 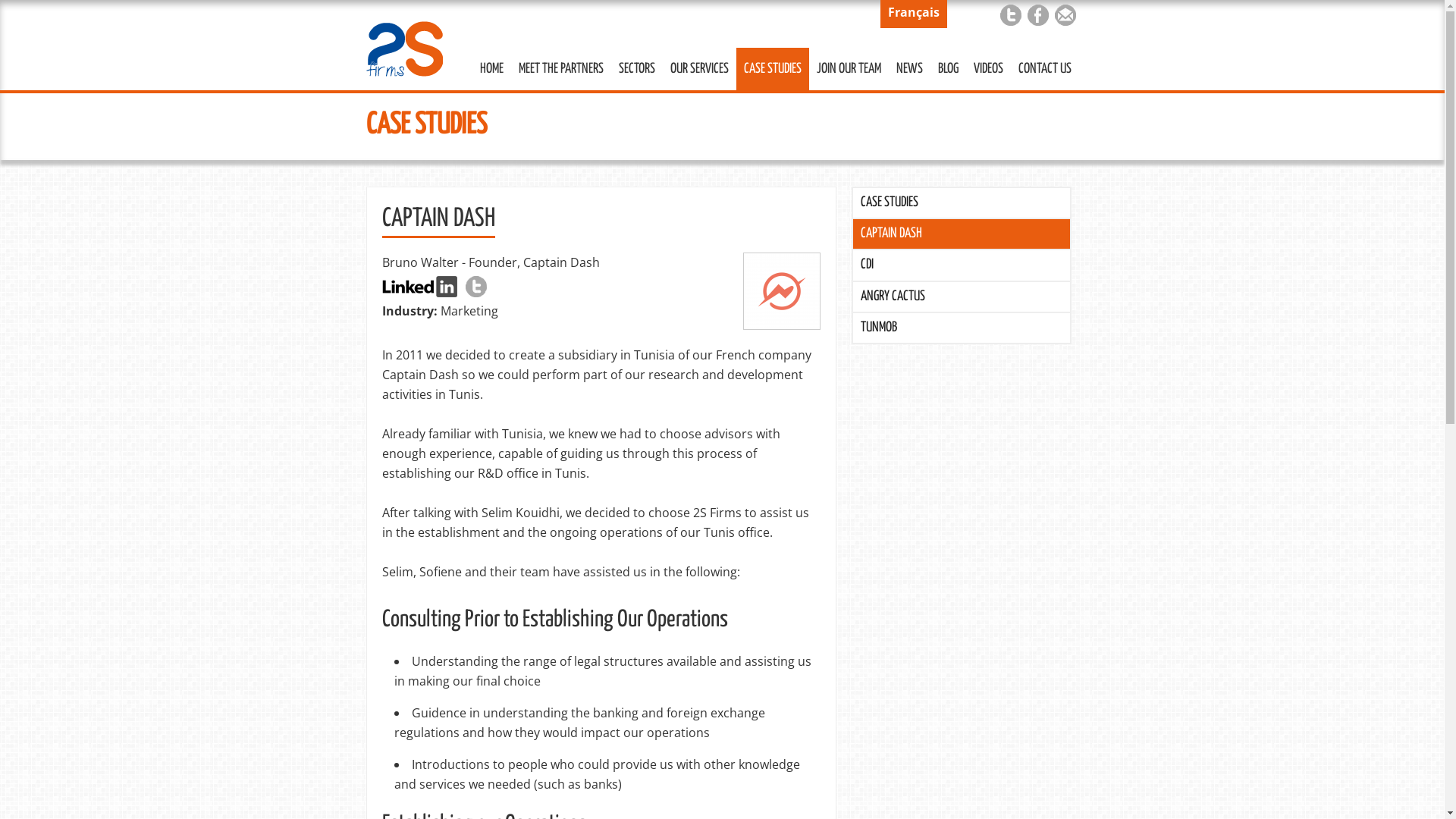 I want to click on 'http://www.linkedin.com/in/brunowalther', so click(x=419, y=287).